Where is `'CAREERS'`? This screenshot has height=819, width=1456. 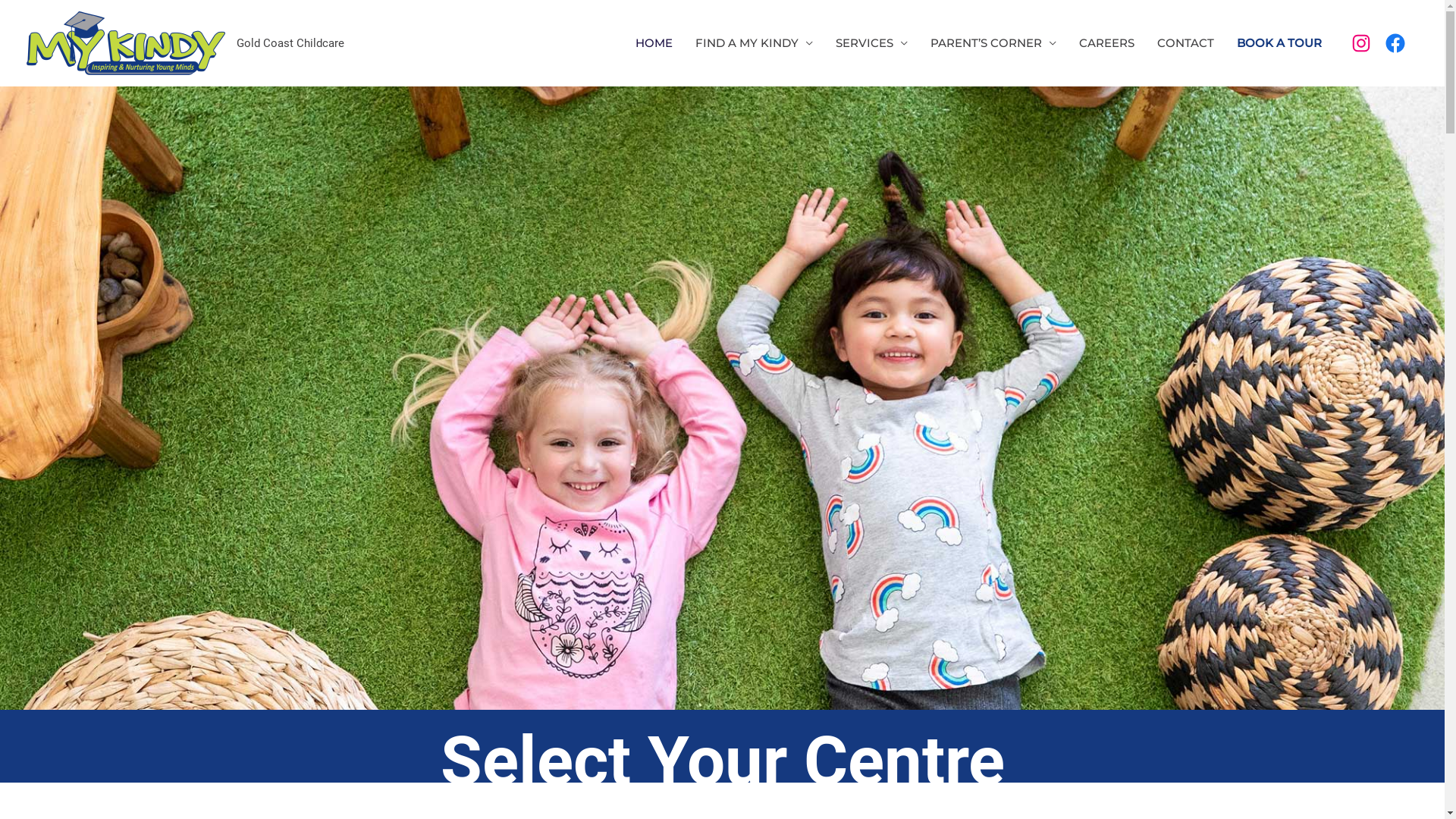
'CAREERS' is located at coordinates (1106, 42).